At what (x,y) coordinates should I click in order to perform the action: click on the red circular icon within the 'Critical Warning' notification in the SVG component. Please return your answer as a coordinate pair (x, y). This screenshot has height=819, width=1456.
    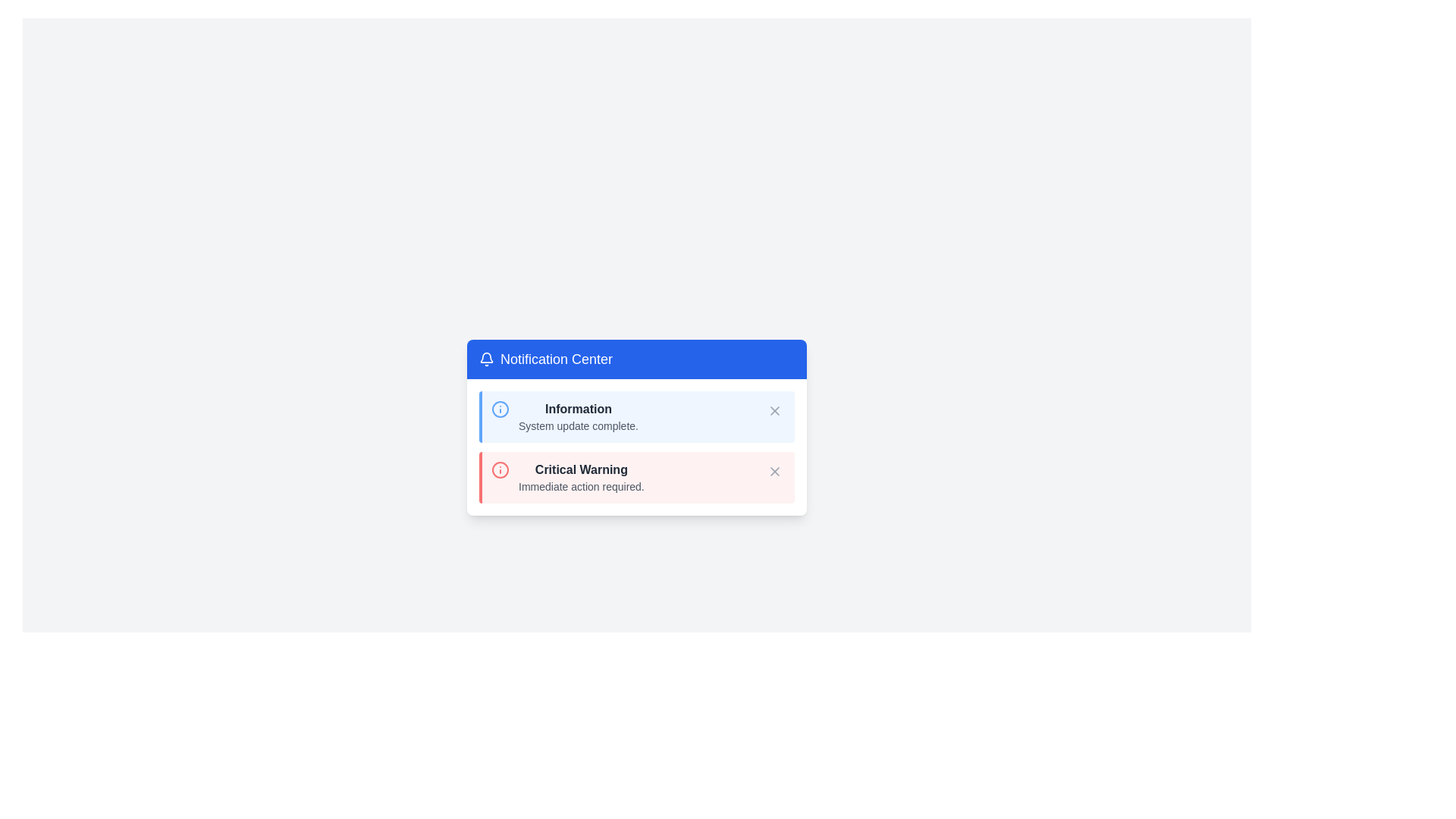
    Looking at the image, I should click on (500, 469).